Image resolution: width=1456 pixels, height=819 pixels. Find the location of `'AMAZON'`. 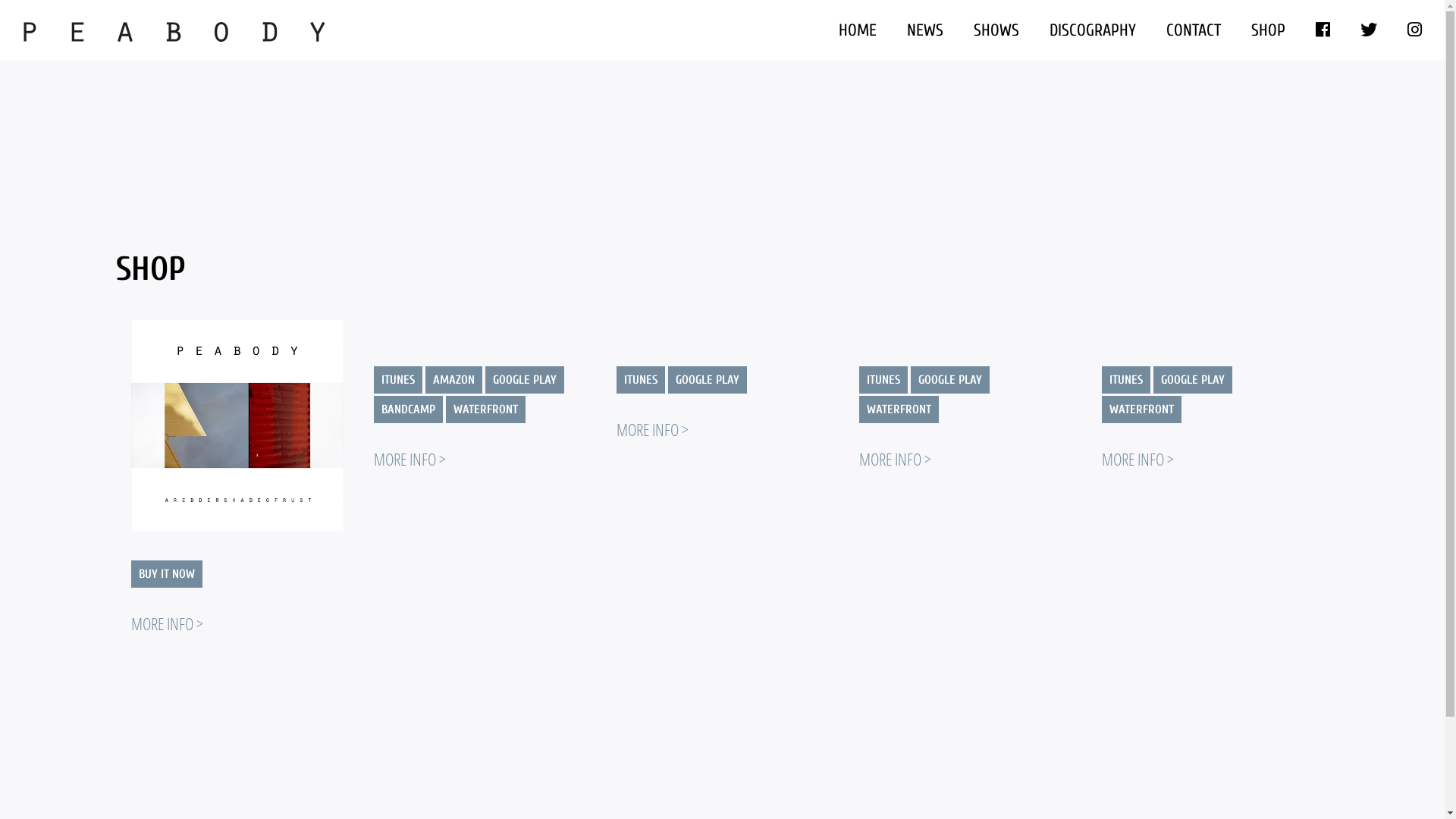

'AMAZON' is located at coordinates (452, 379).